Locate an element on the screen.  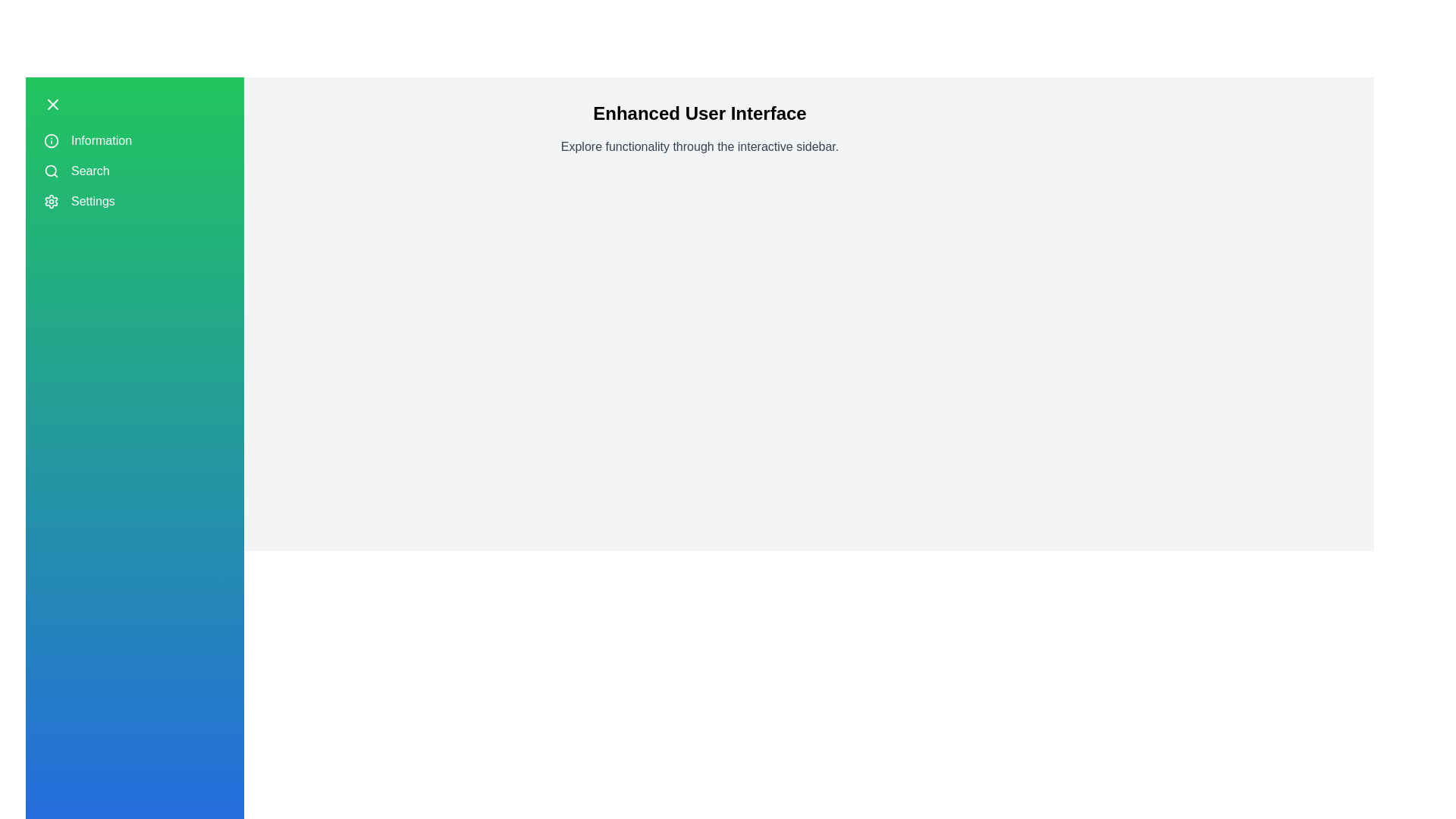
toggle button to expand or collapse the sidebar is located at coordinates (53, 104).